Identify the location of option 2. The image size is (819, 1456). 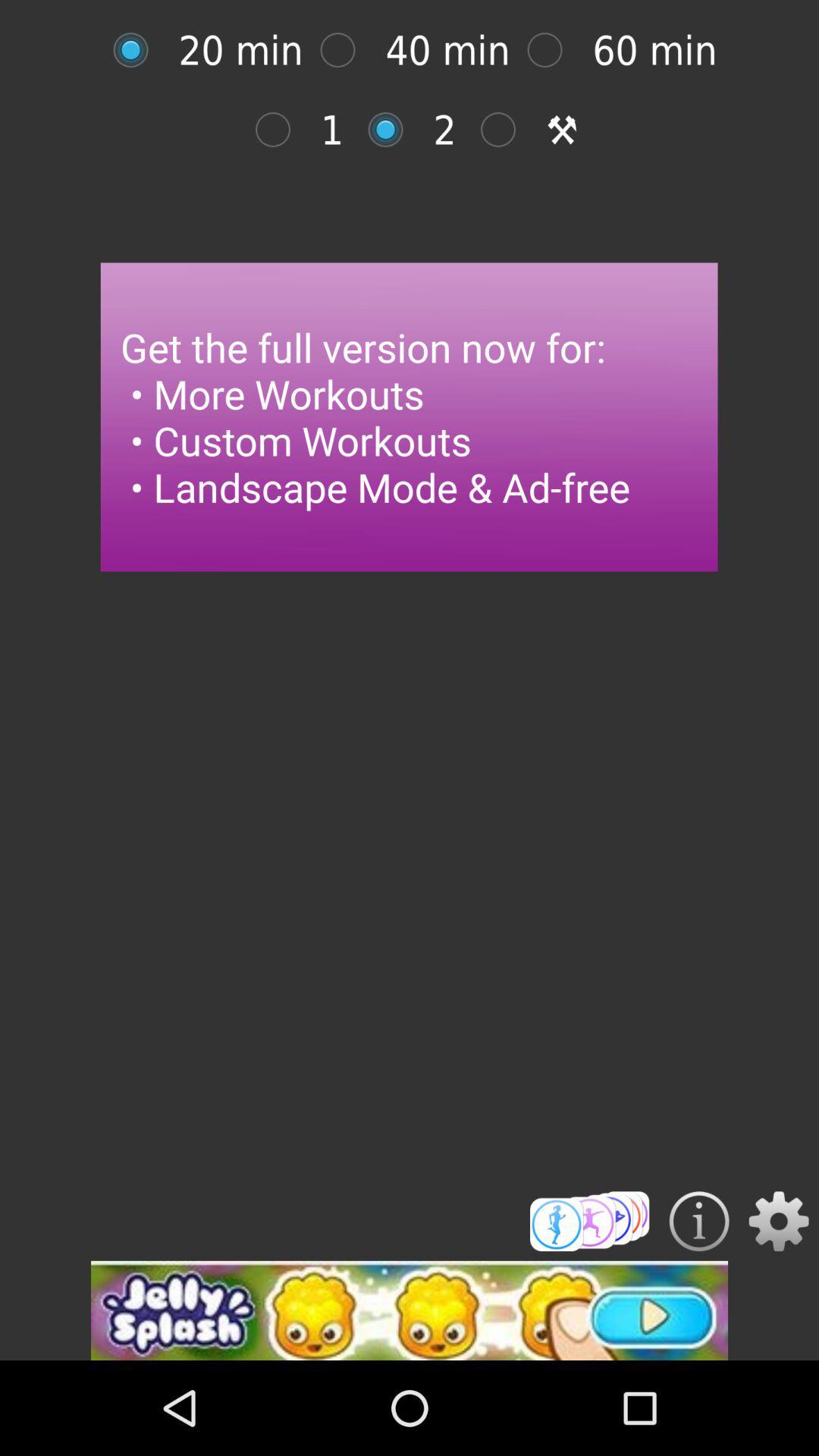
(393, 130).